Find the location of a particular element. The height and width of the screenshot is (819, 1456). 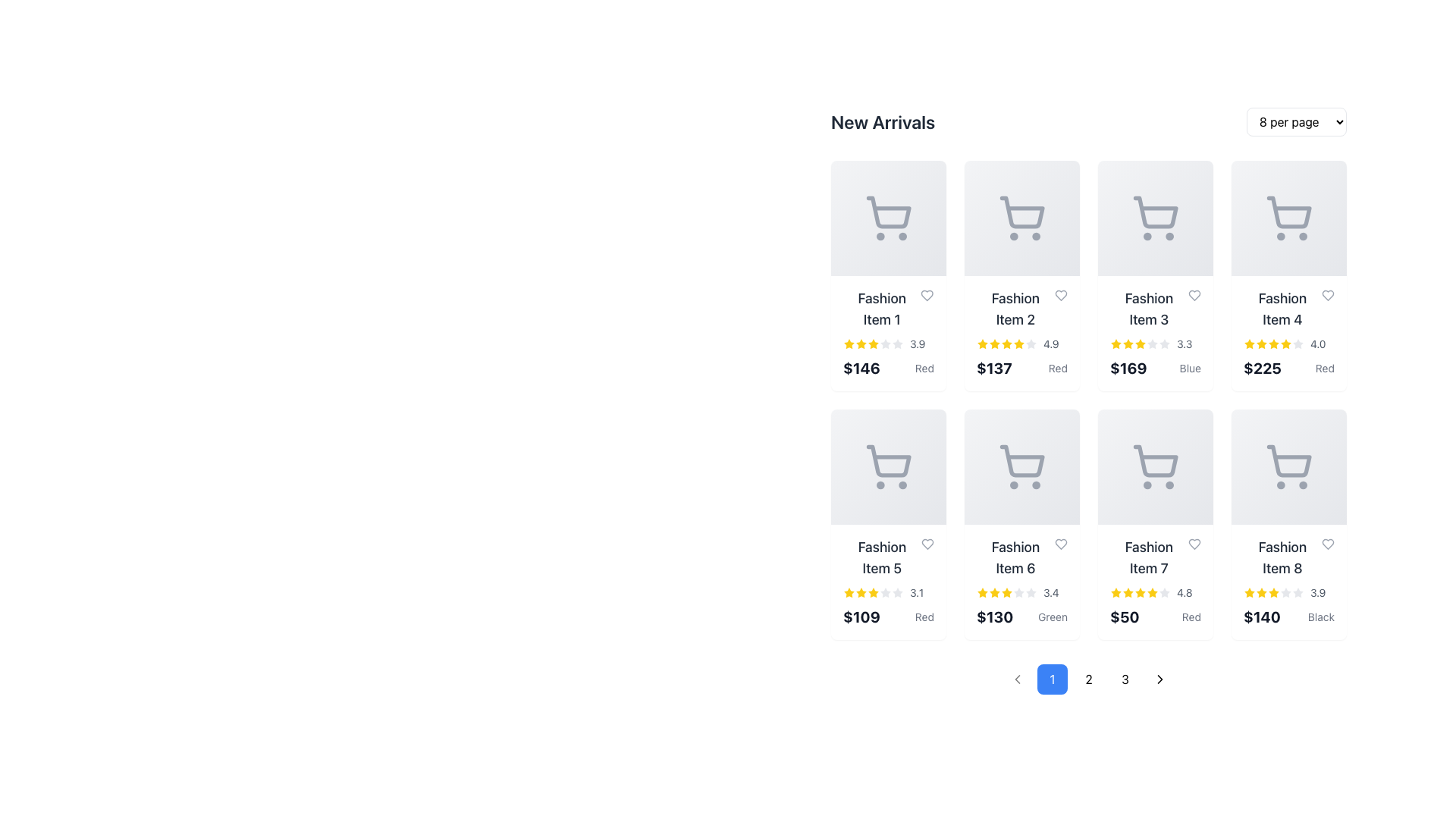

the third star-shaped rating icon, styled with a yellow fill, located below the item labeled 'Fashion Item 7' in the grid view of products is located at coordinates (1128, 592).